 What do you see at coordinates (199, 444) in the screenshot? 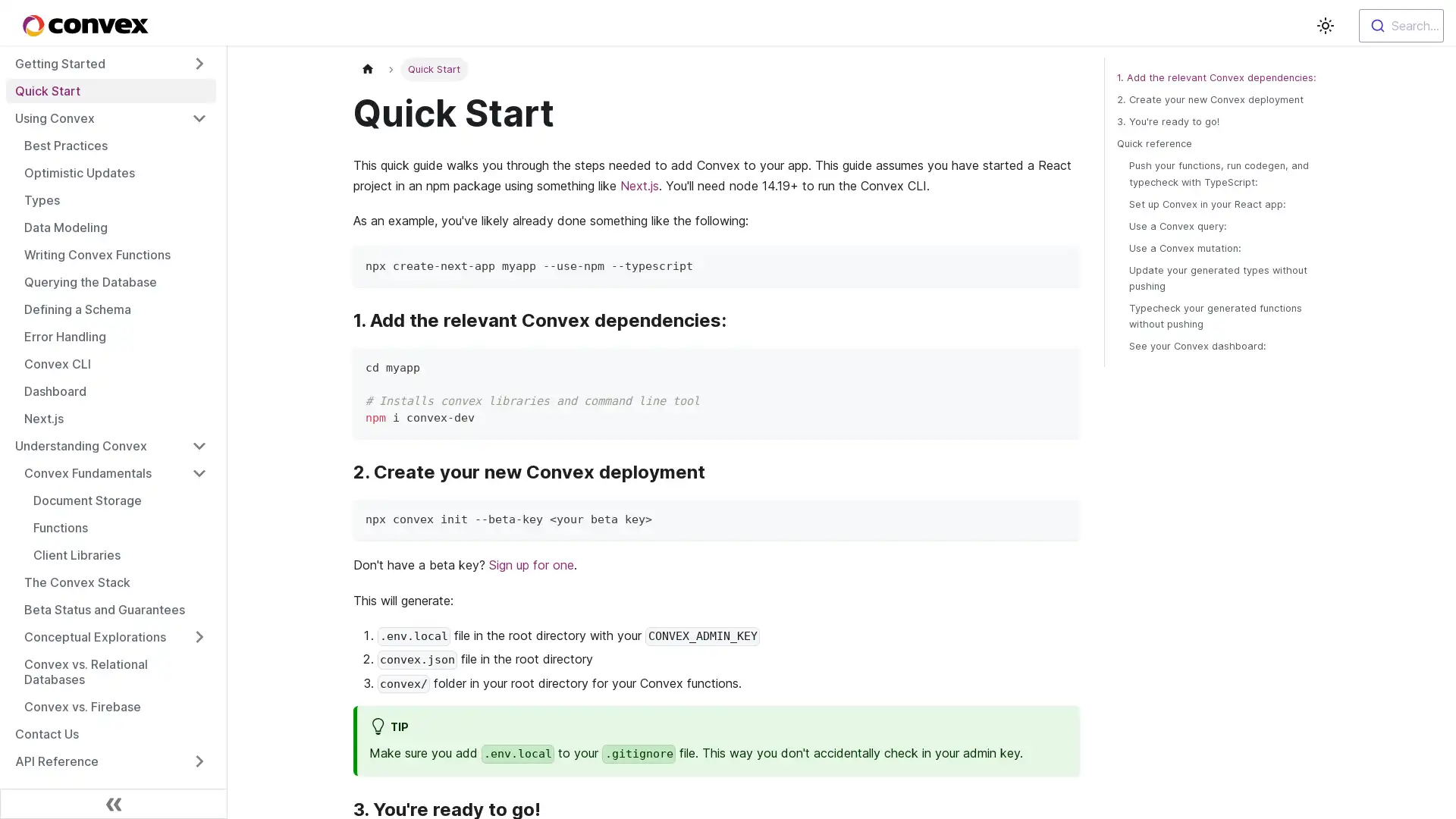
I see `Toggle the collapsible sidebar category 'Understanding Convex'` at bounding box center [199, 444].